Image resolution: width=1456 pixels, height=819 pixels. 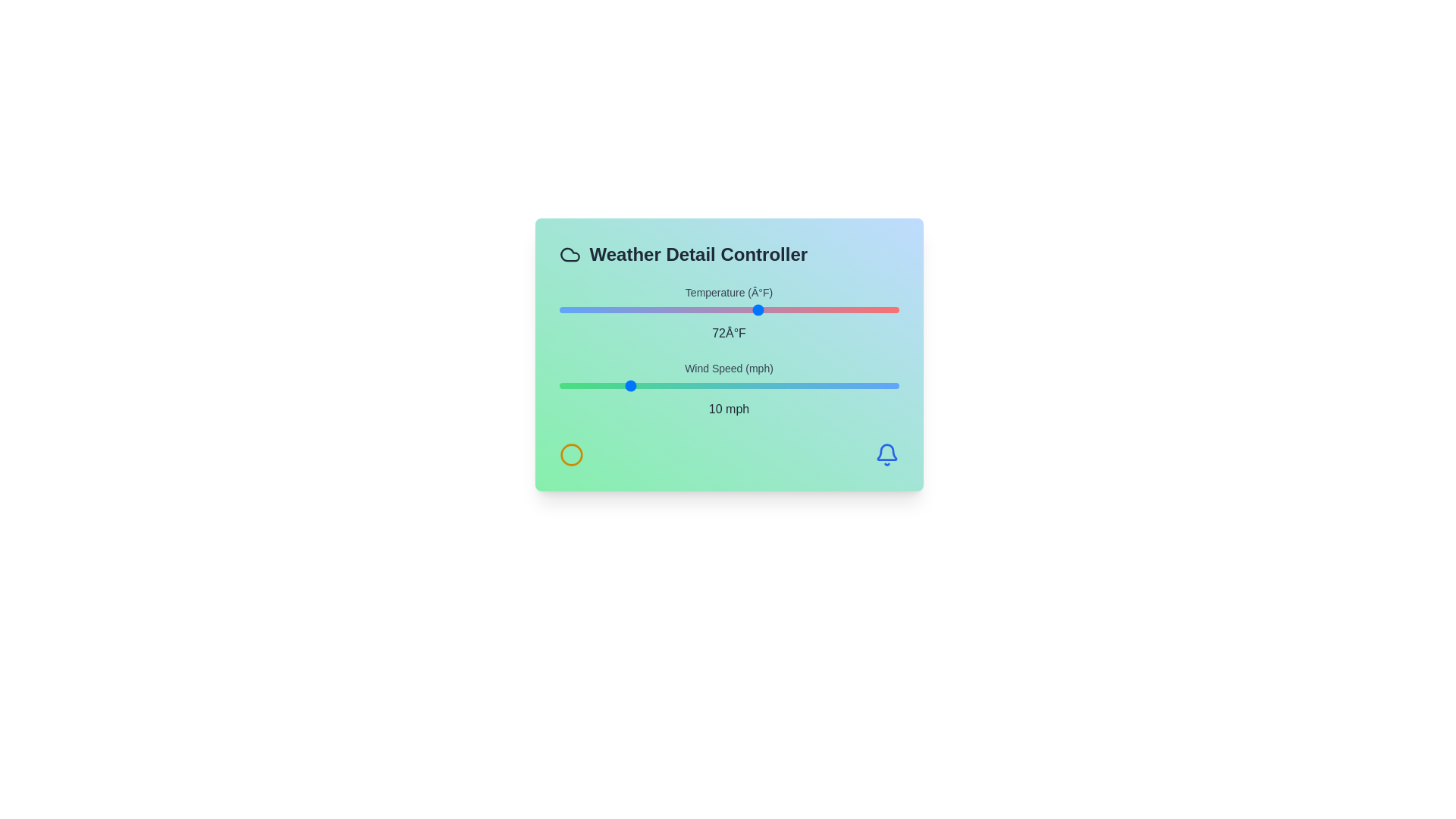 I want to click on the wind speed to 13 mph using the slider, so click(x=648, y=385).